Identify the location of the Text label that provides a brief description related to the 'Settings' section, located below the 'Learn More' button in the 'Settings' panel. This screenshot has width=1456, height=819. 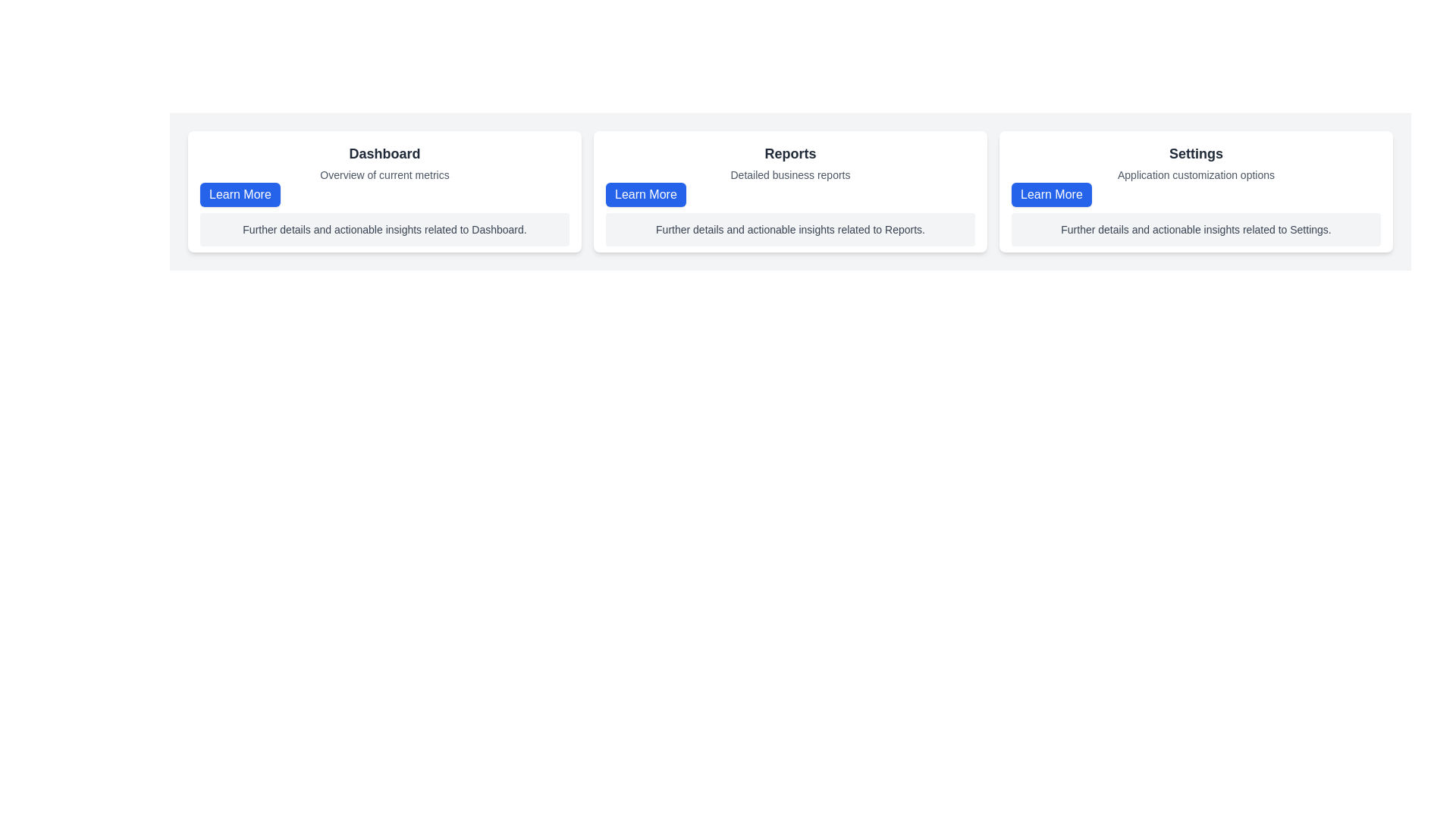
(1195, 230).